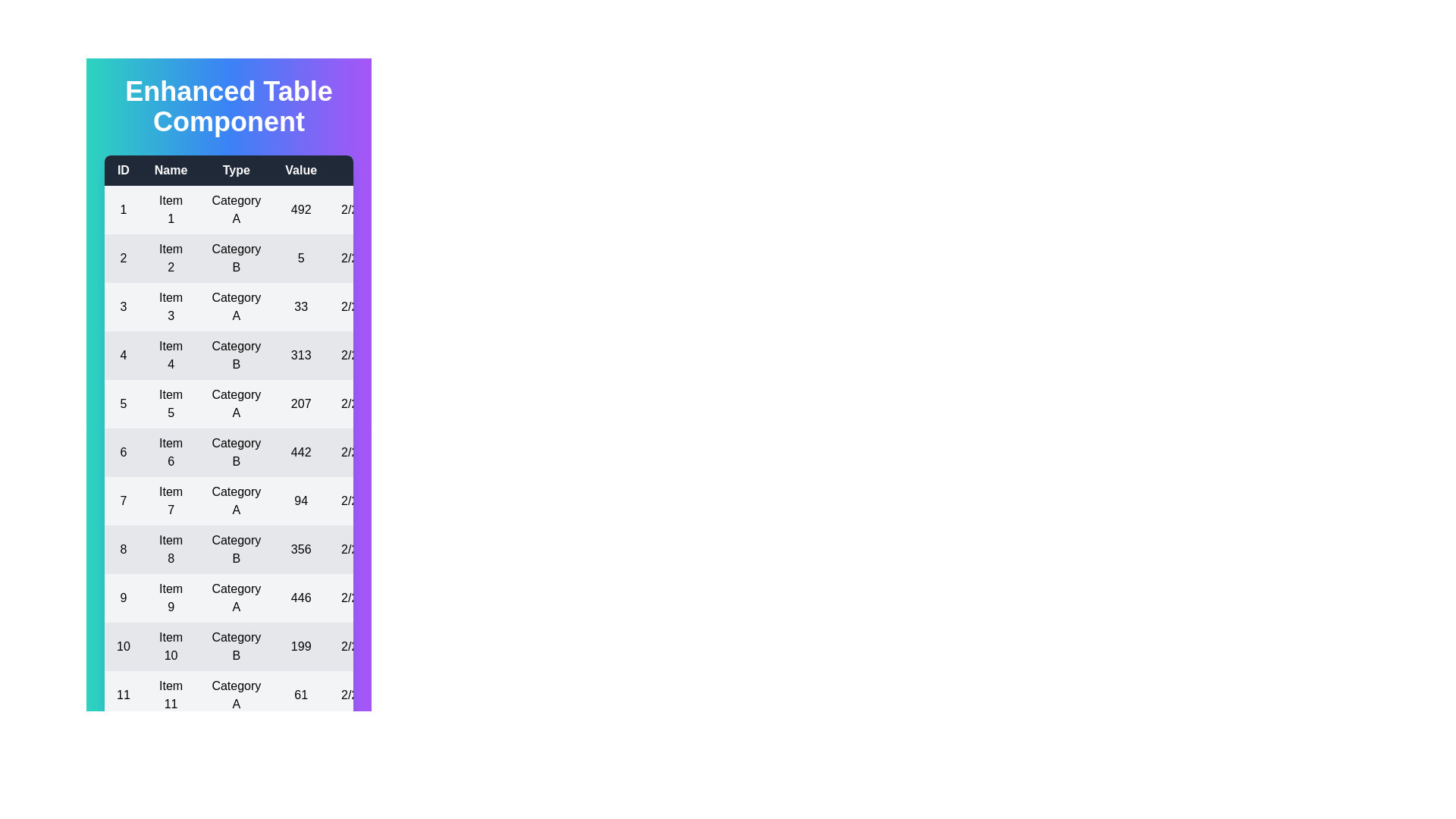 This screenshot has width=1456, height=819. Describe the element at coordinates (236, 170) in the screenshot. I see `the header of the column to sort by Type` at that location.